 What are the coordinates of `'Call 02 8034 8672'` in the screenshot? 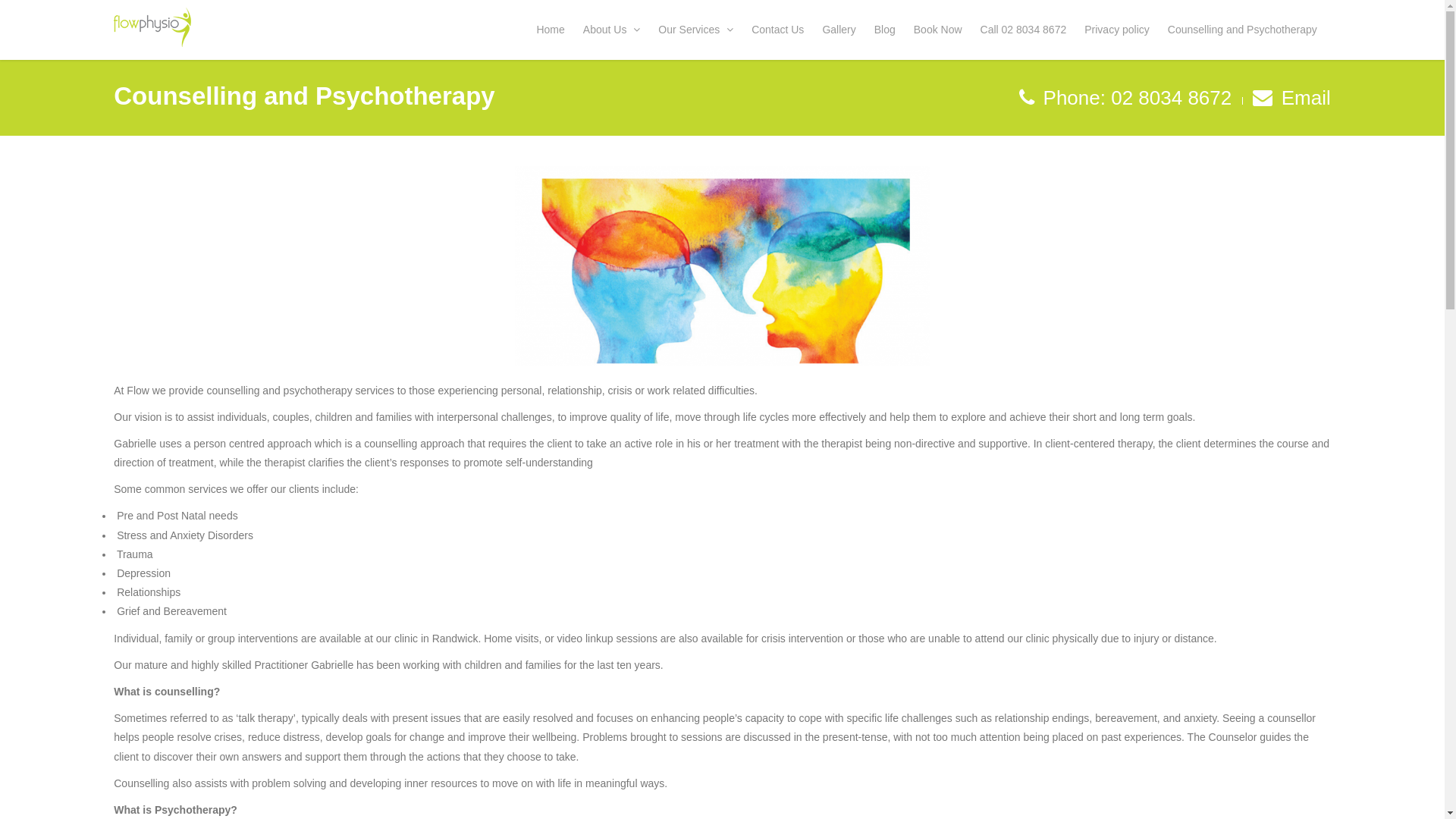 It's located at (1027, 33).